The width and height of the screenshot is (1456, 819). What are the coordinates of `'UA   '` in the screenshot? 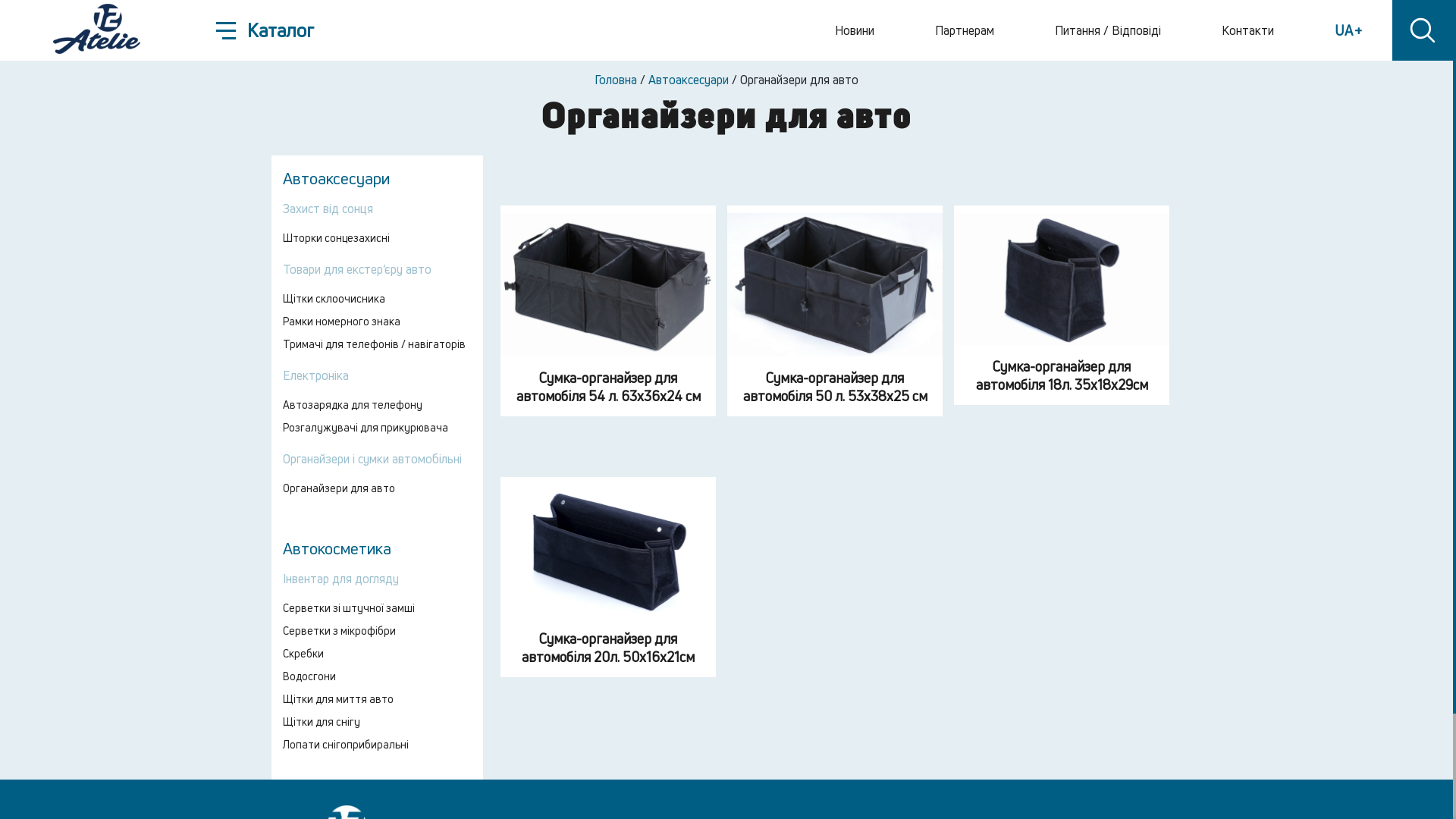 It's located at (1348, 30).